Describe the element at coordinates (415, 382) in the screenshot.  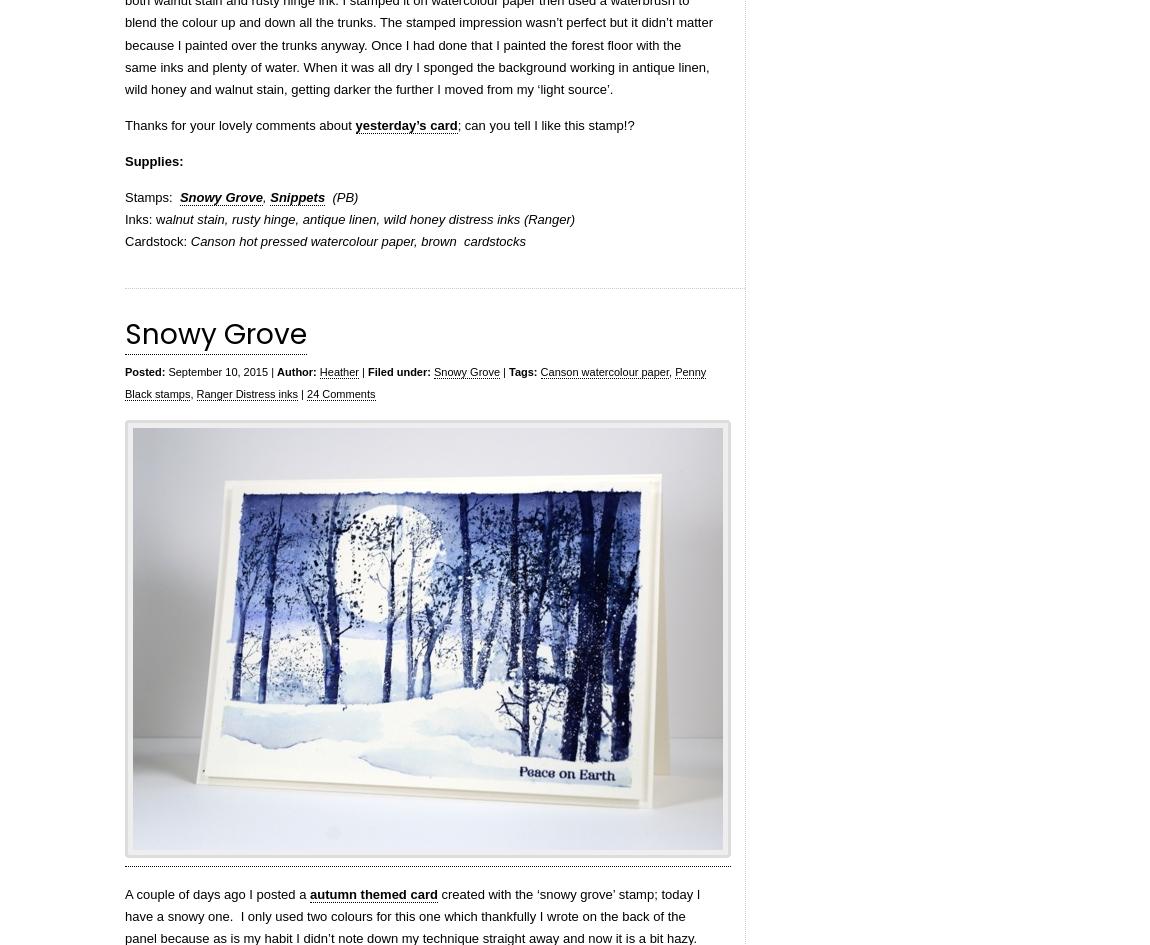
I see `'Penny Black stamps'` at that location.